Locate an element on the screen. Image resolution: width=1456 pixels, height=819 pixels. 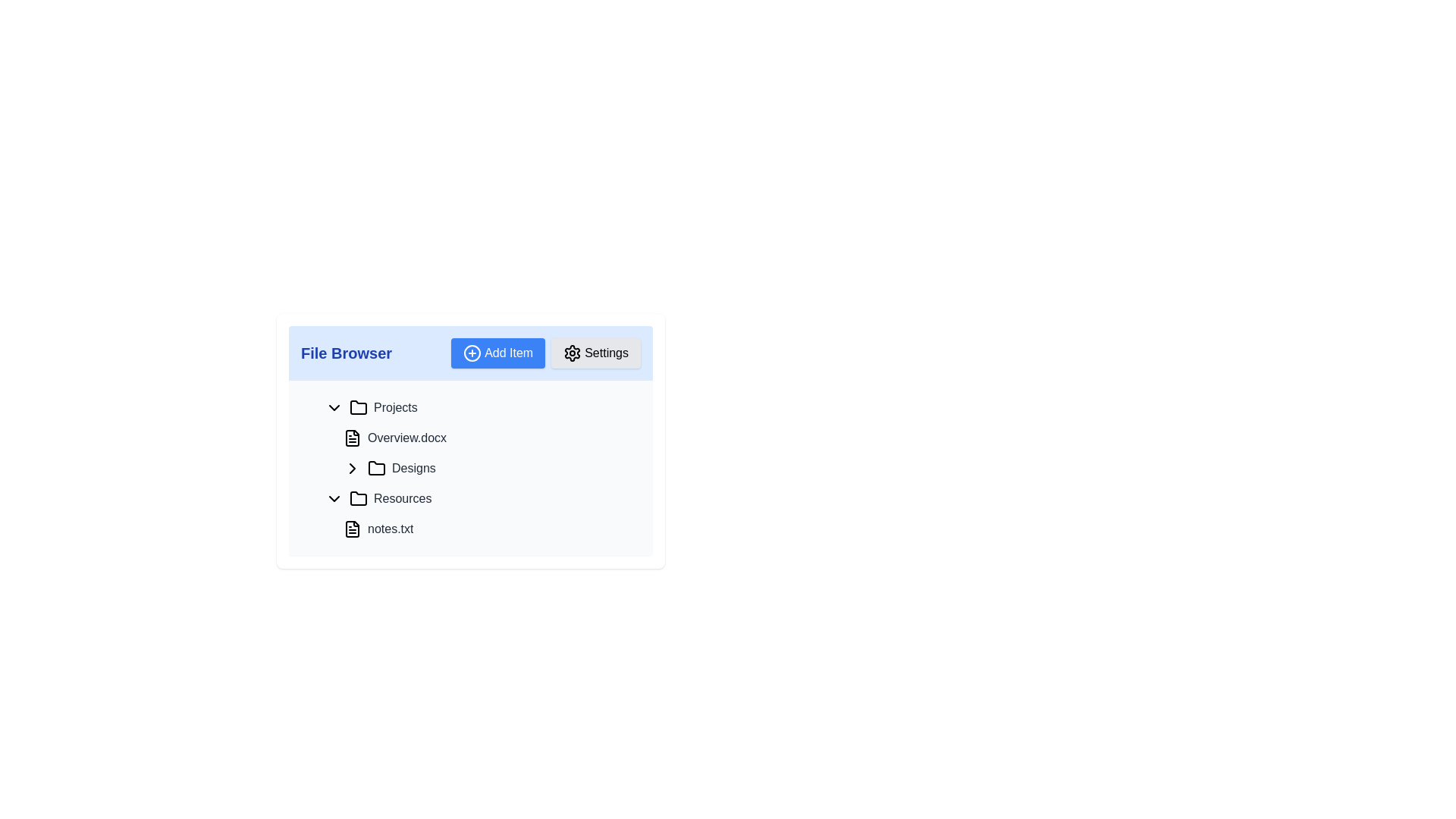
the right-facing chevron icon located within the second item of a hierarchical list, which is used for navigation or expansion is located at coordinates (352, 467).